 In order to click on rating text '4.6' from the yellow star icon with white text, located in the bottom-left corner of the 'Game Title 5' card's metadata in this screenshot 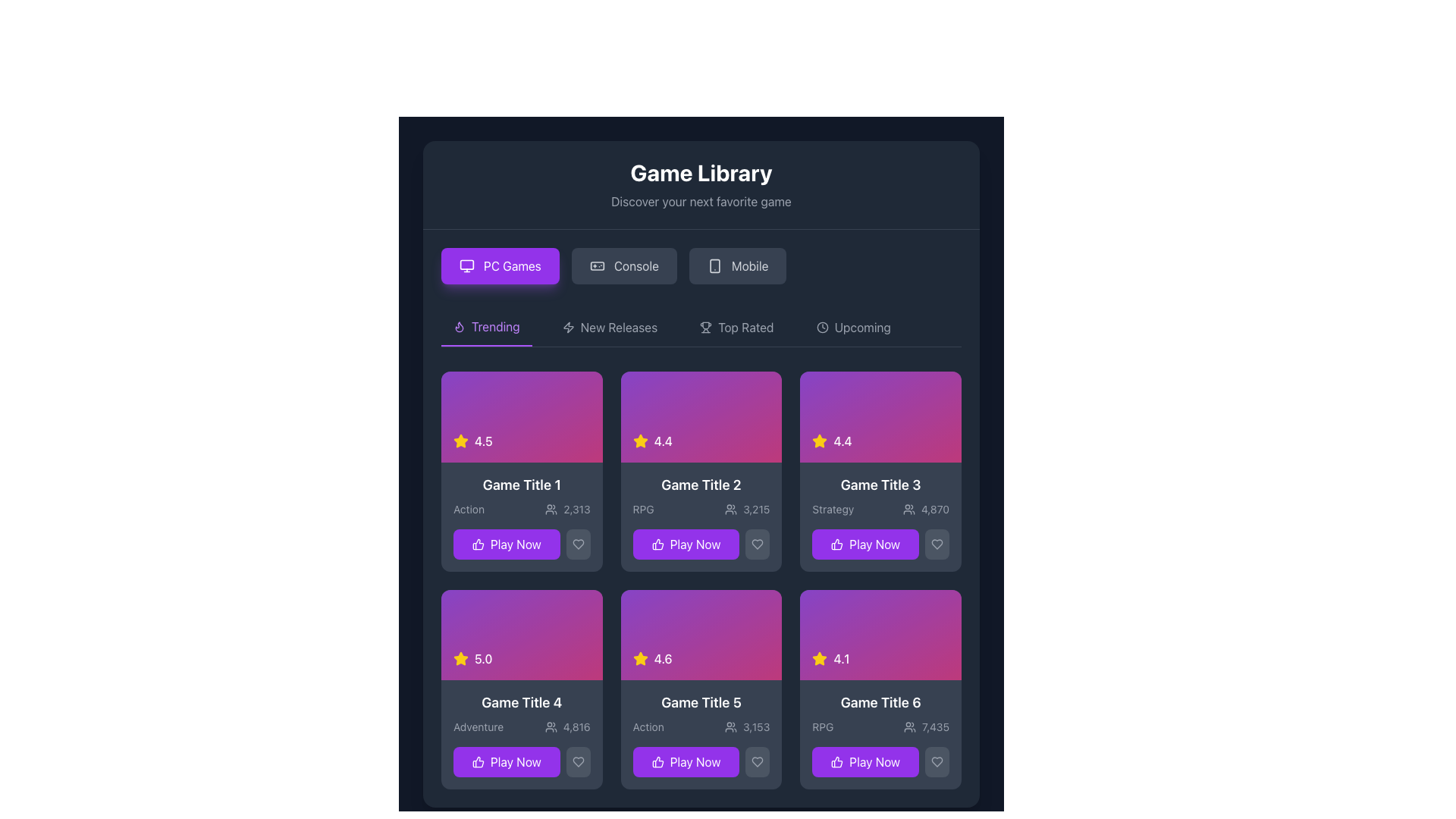, I will do `click(652, 658)`.